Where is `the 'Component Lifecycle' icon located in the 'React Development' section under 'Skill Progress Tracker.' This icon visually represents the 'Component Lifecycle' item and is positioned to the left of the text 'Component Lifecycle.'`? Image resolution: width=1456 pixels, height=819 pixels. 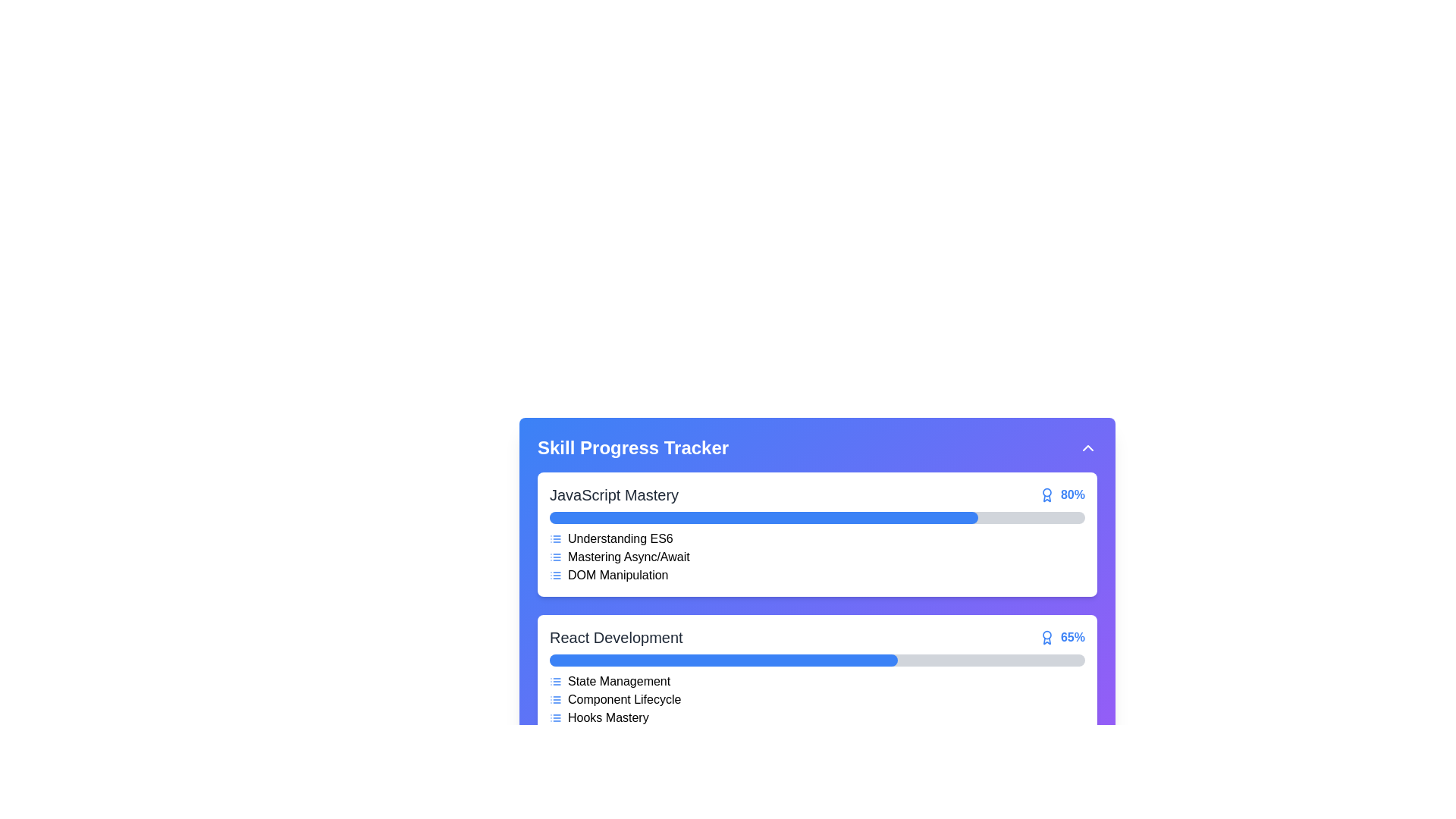
the 'Component Lifecycle' icon located in the 'React Development' section under 'Skill Progress Tracker.' This icon visually represents the 'Component Lifecycle' item and is positioned to the left of the text 'Component Lifecycle.' is located at coordinates (555, 699).